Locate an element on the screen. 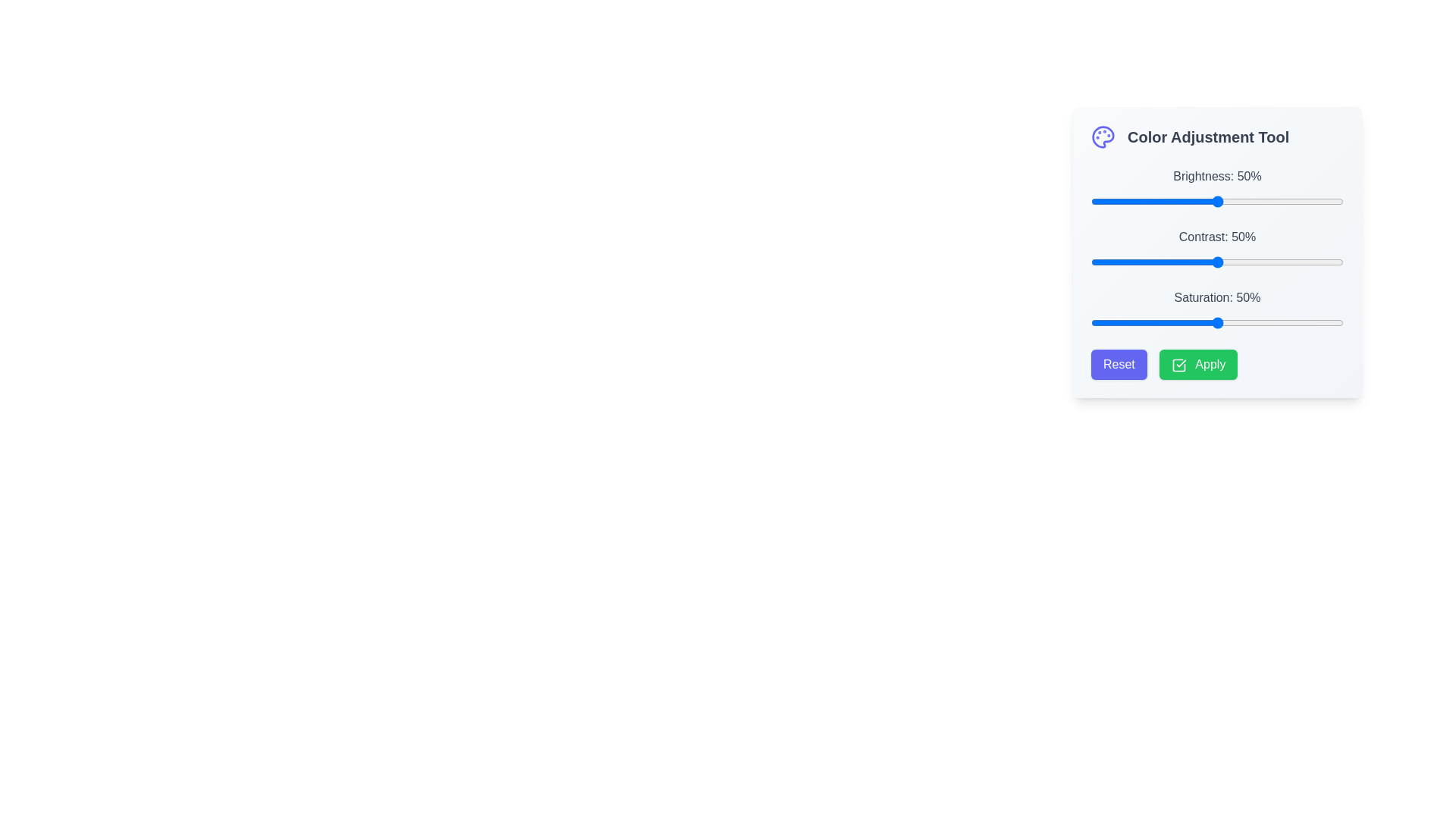 Image resolution: width=1456 pixels, height=819 pixels. the contrast is located at coordinates (1199, 262).